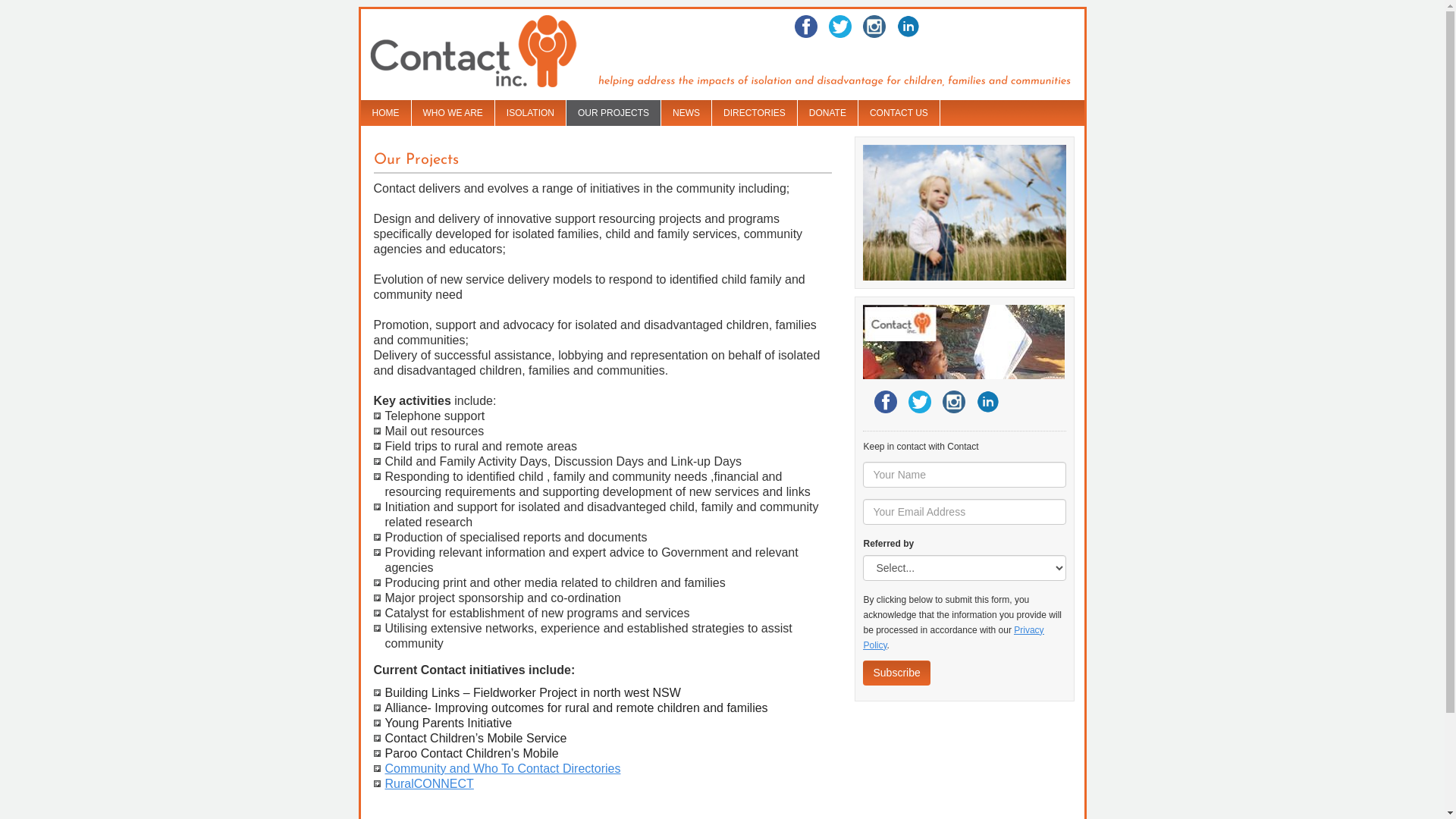  What do you see at coordinates (919, 400) in the screenshot?
I see `'Twitter'` at bounding box center [919, 400].